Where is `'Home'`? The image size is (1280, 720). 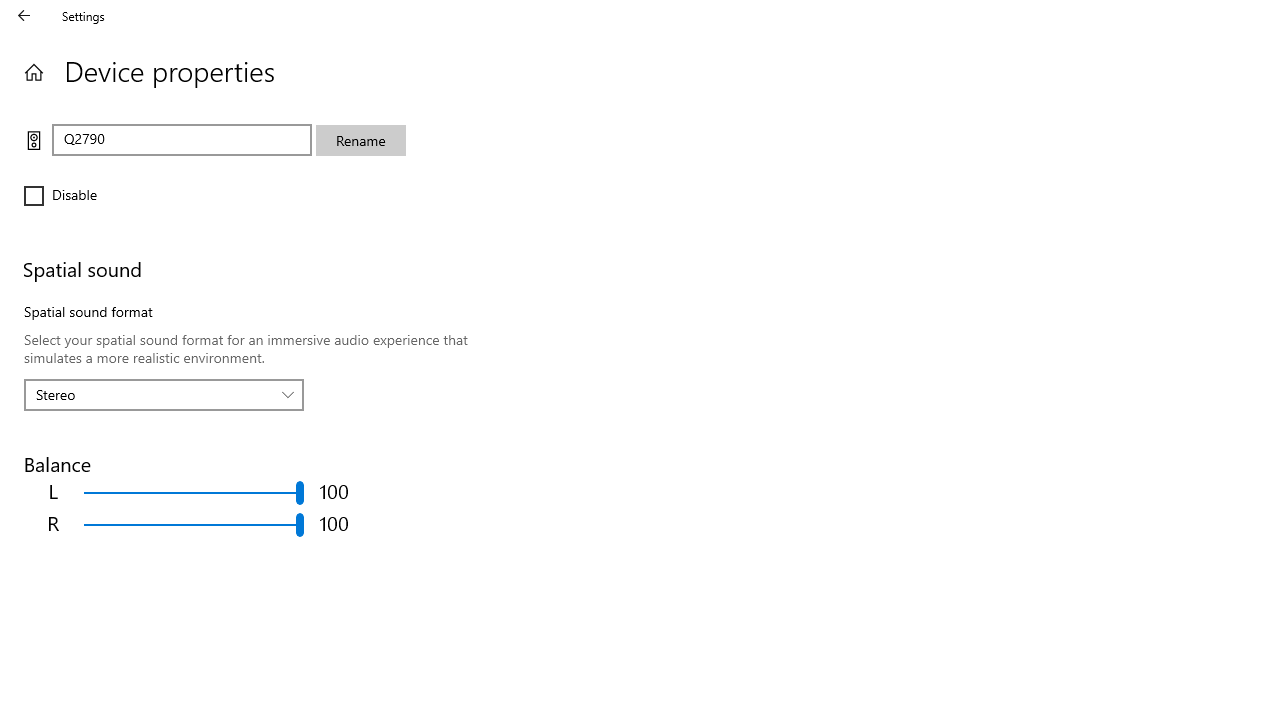
'Home' is located at coordinates (33, 71).